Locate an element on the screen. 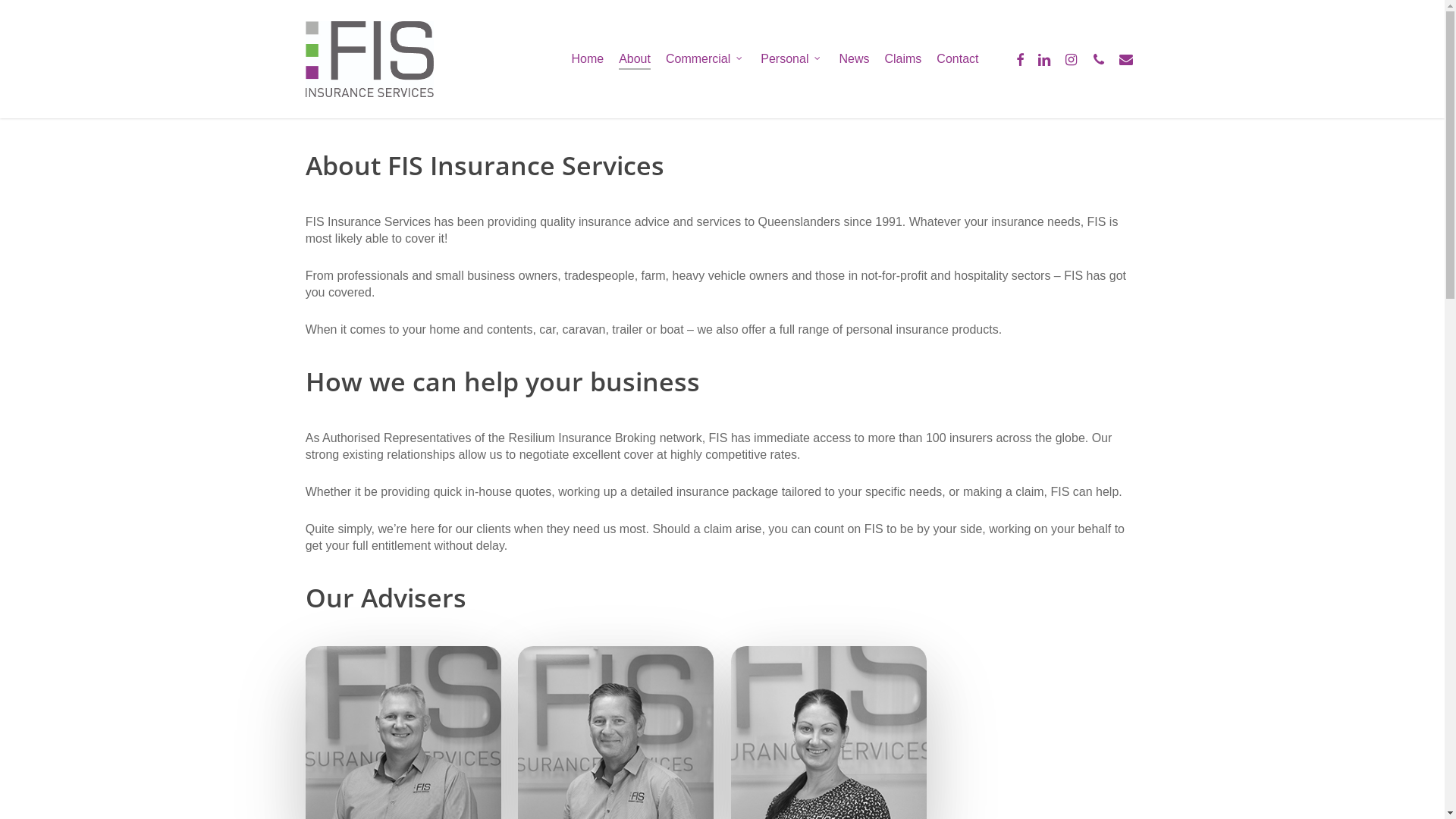 This screenshot has height=819, width=1456. 'linkedin' is located at coordinates (1030, 58).